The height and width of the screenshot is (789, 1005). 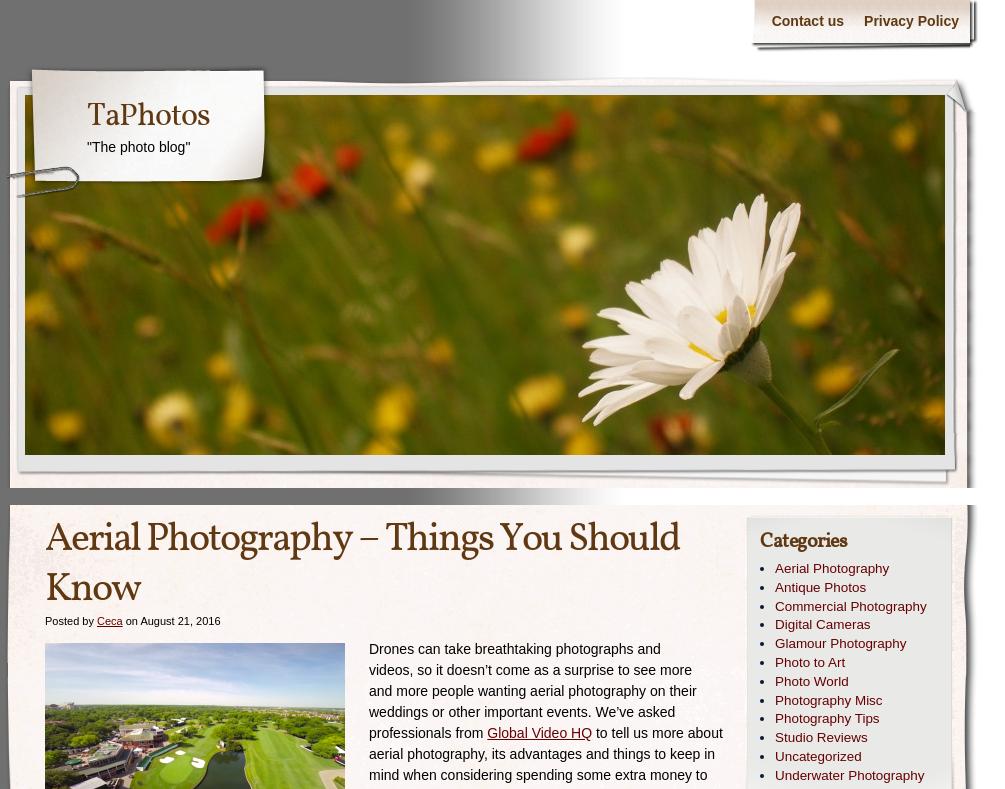 What do you see at coordinates (362, 565) in the screenshot?
I see `'Aerial Photography – Things You Should Know'` at bounding box center [362, 565].